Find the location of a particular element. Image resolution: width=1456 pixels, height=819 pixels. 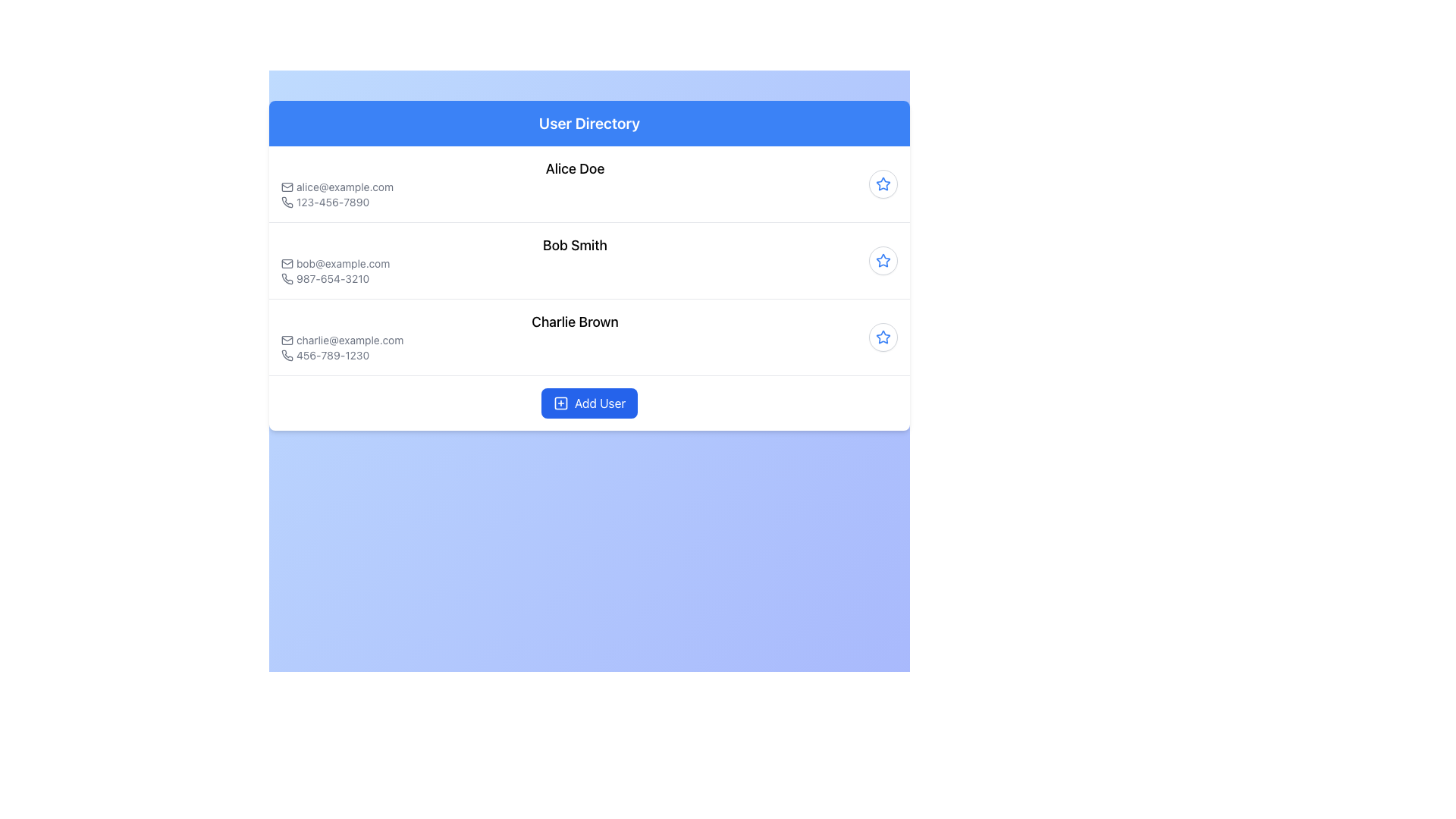

the phone call icon located next to the phone number of Charlie Brown in the directory list is located at coordinates (287, 356).